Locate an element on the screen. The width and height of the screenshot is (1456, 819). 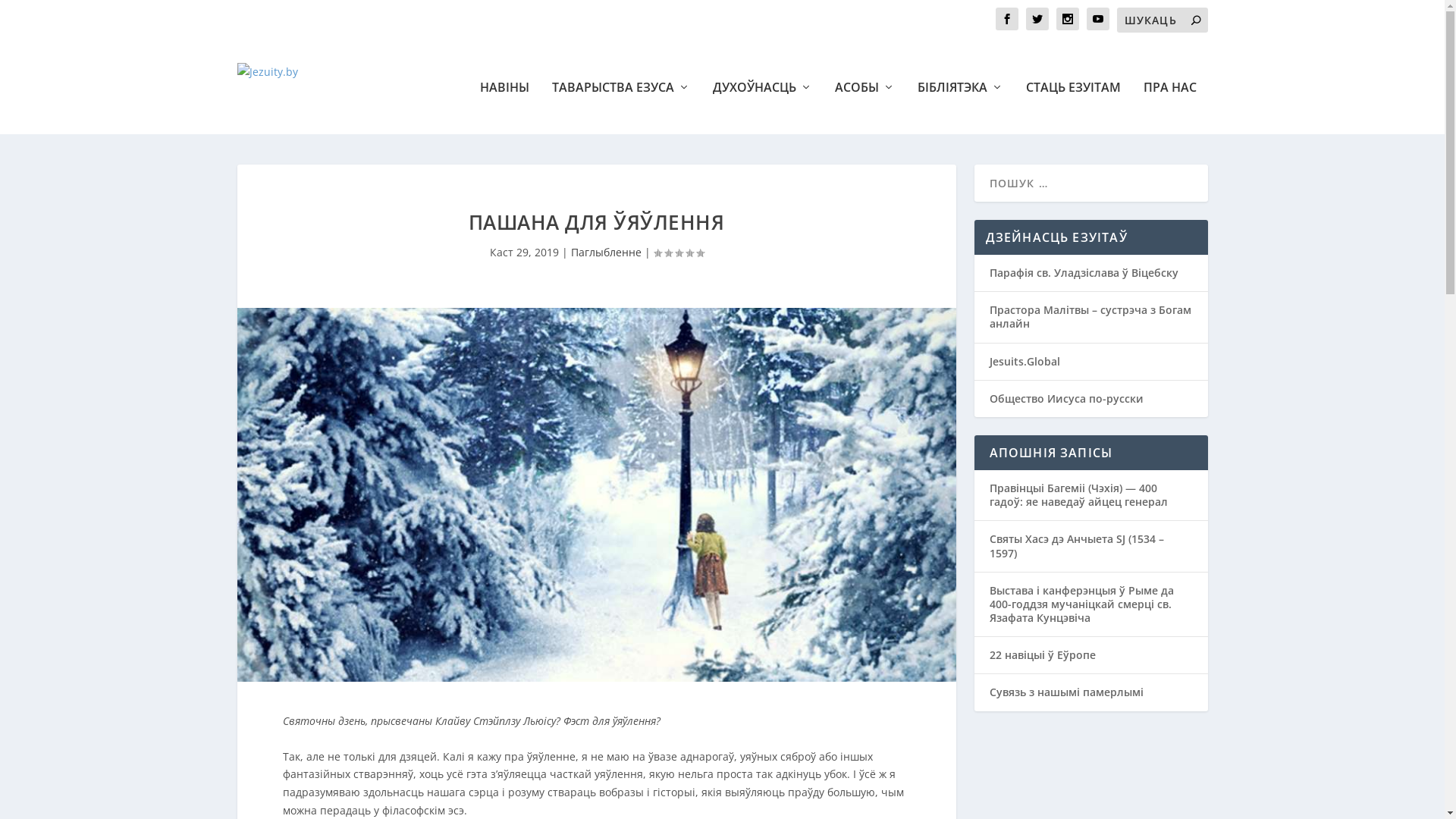
'Rating: 0.00' is located at coordinates (654, 252).